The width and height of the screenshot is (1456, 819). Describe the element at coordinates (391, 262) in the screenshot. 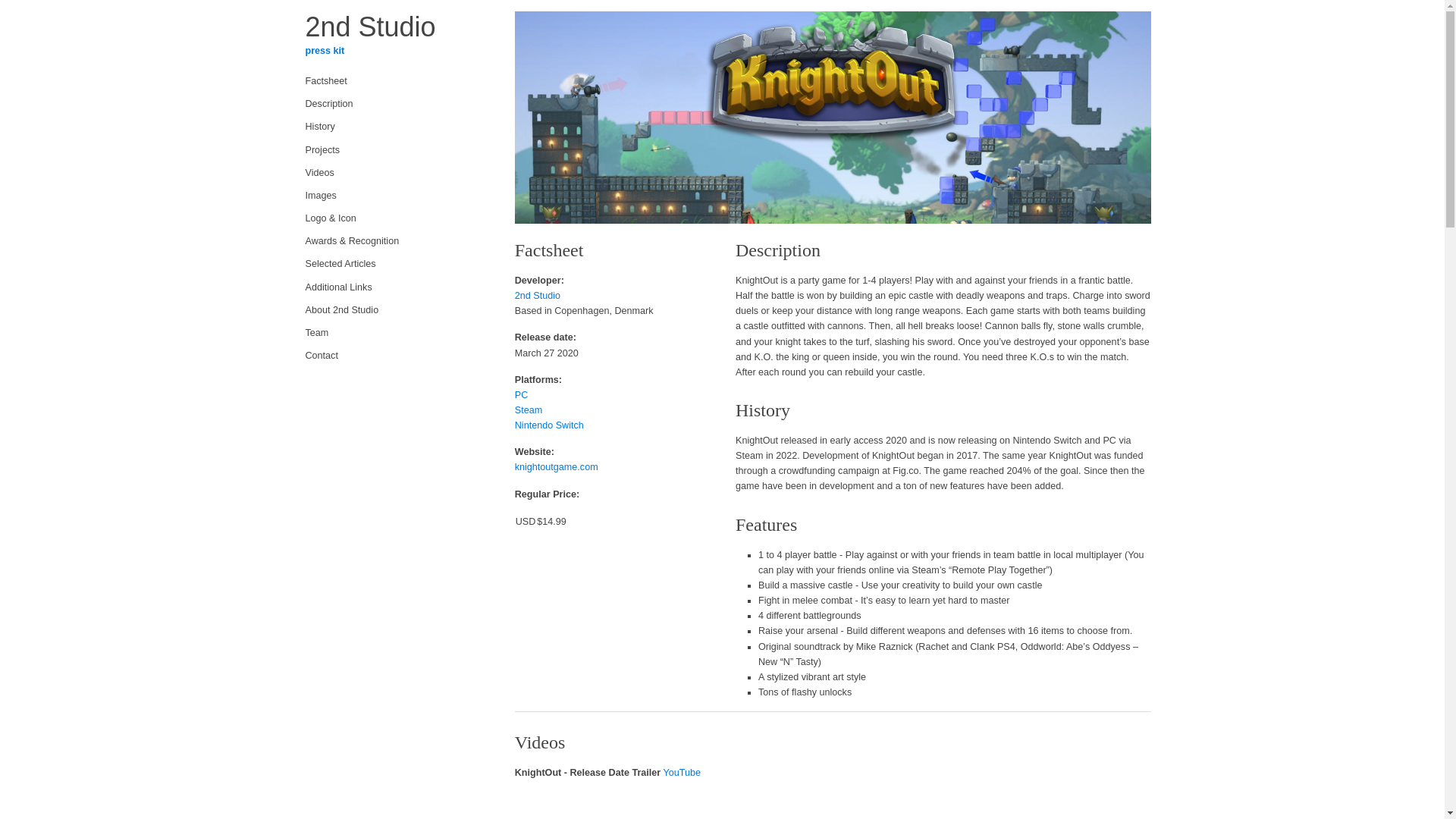

I see `'Selected Articles'` at that location.